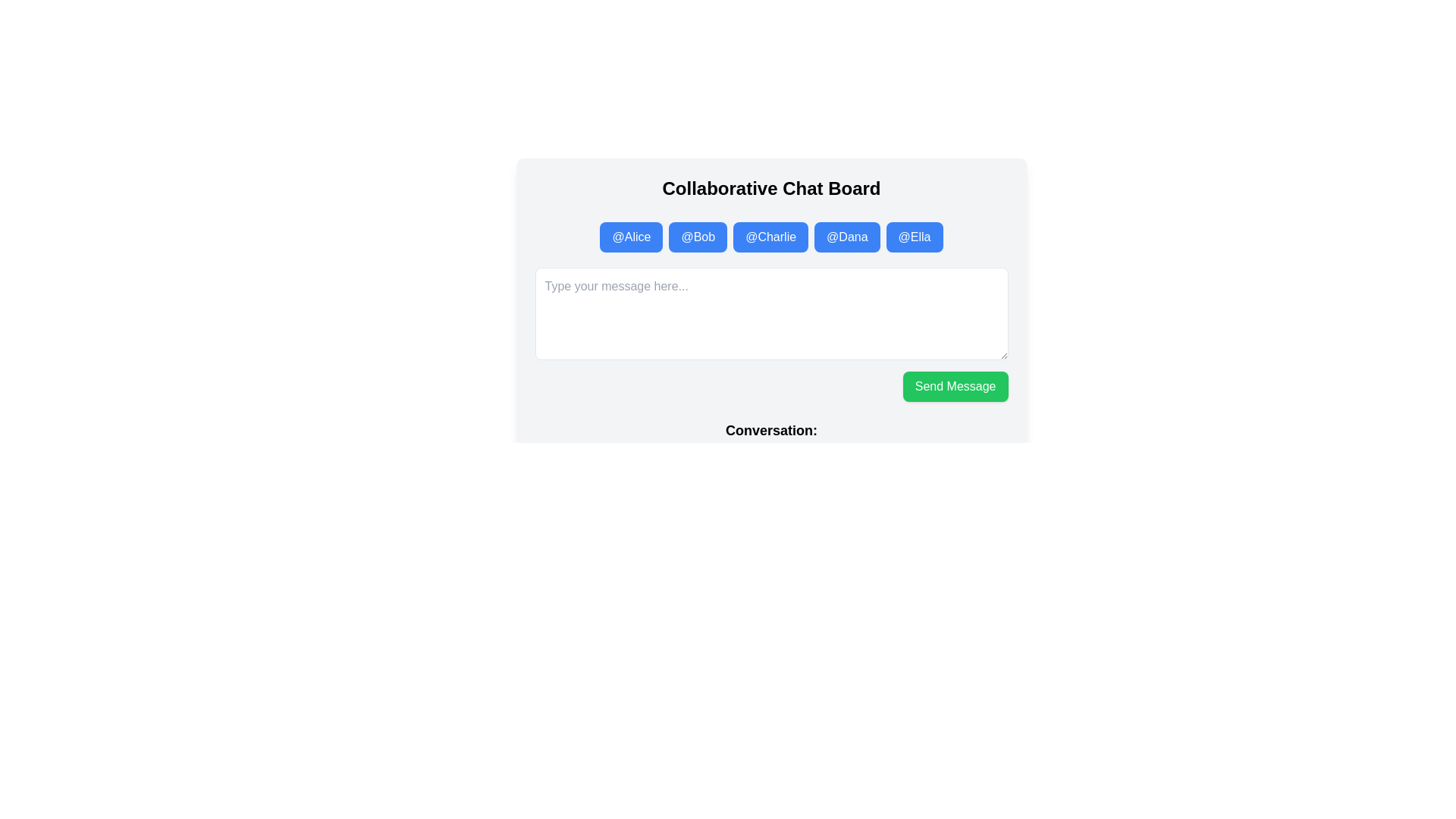 The width and height of the screenshot is (1456, 819). I want to click on the button representing user '@Charlie' in the chat application and press 'Enter', so click(770, 237).